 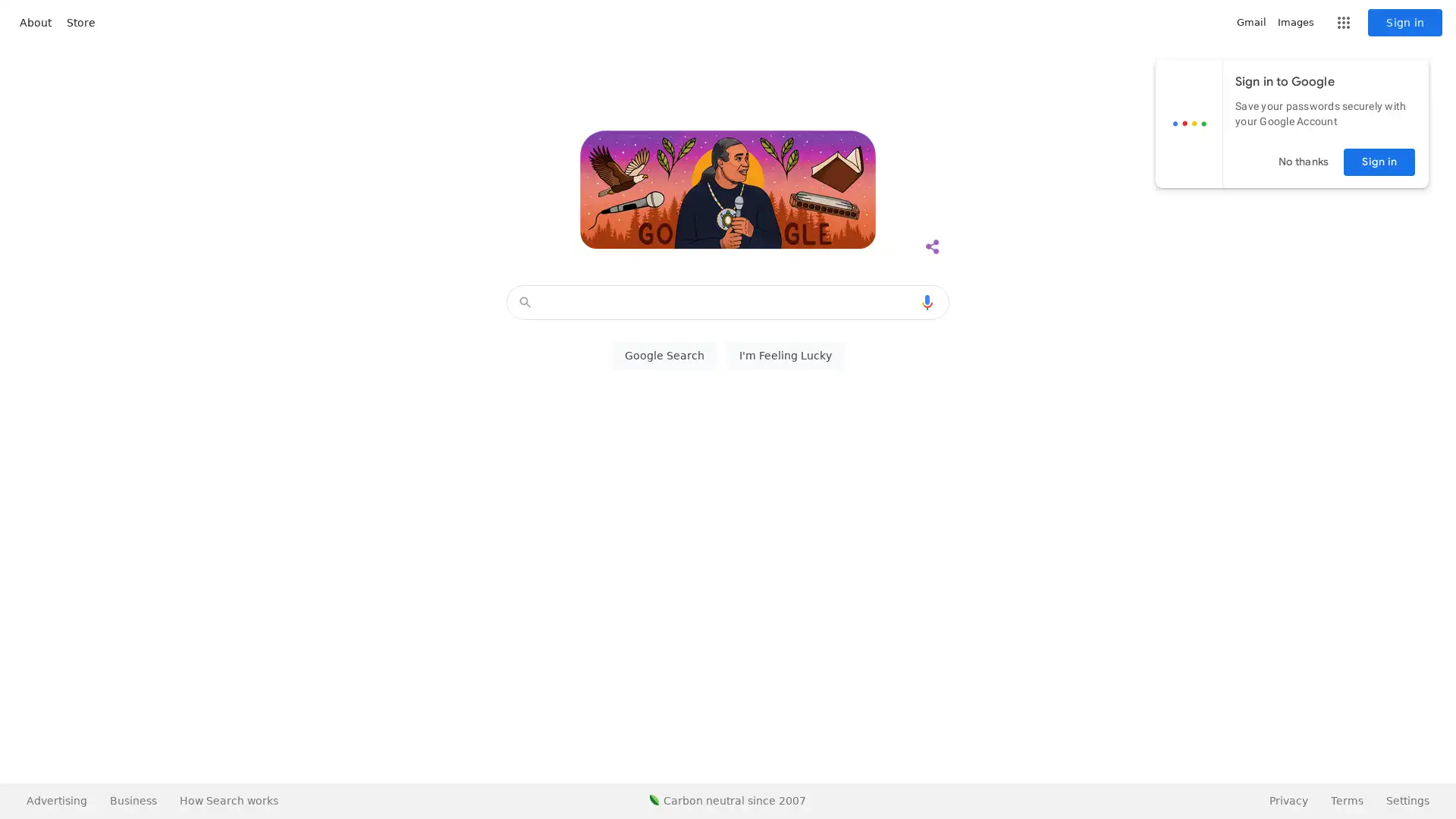 What do you see at coordinates (931, 246) in the screenshot?
I see `Share` at bounding box center [931, 246].